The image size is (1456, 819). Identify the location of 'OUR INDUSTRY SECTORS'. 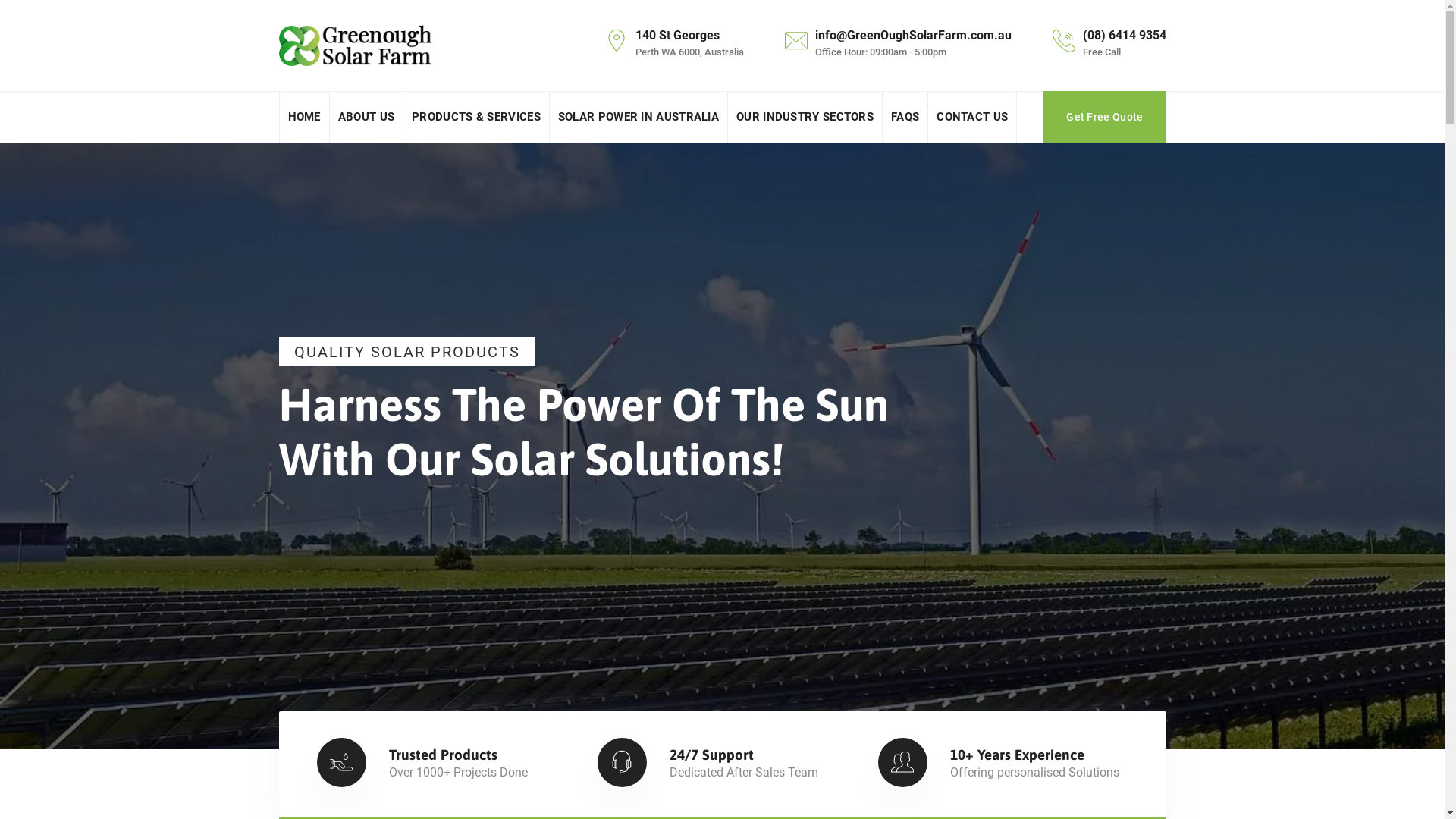
(804, 116).